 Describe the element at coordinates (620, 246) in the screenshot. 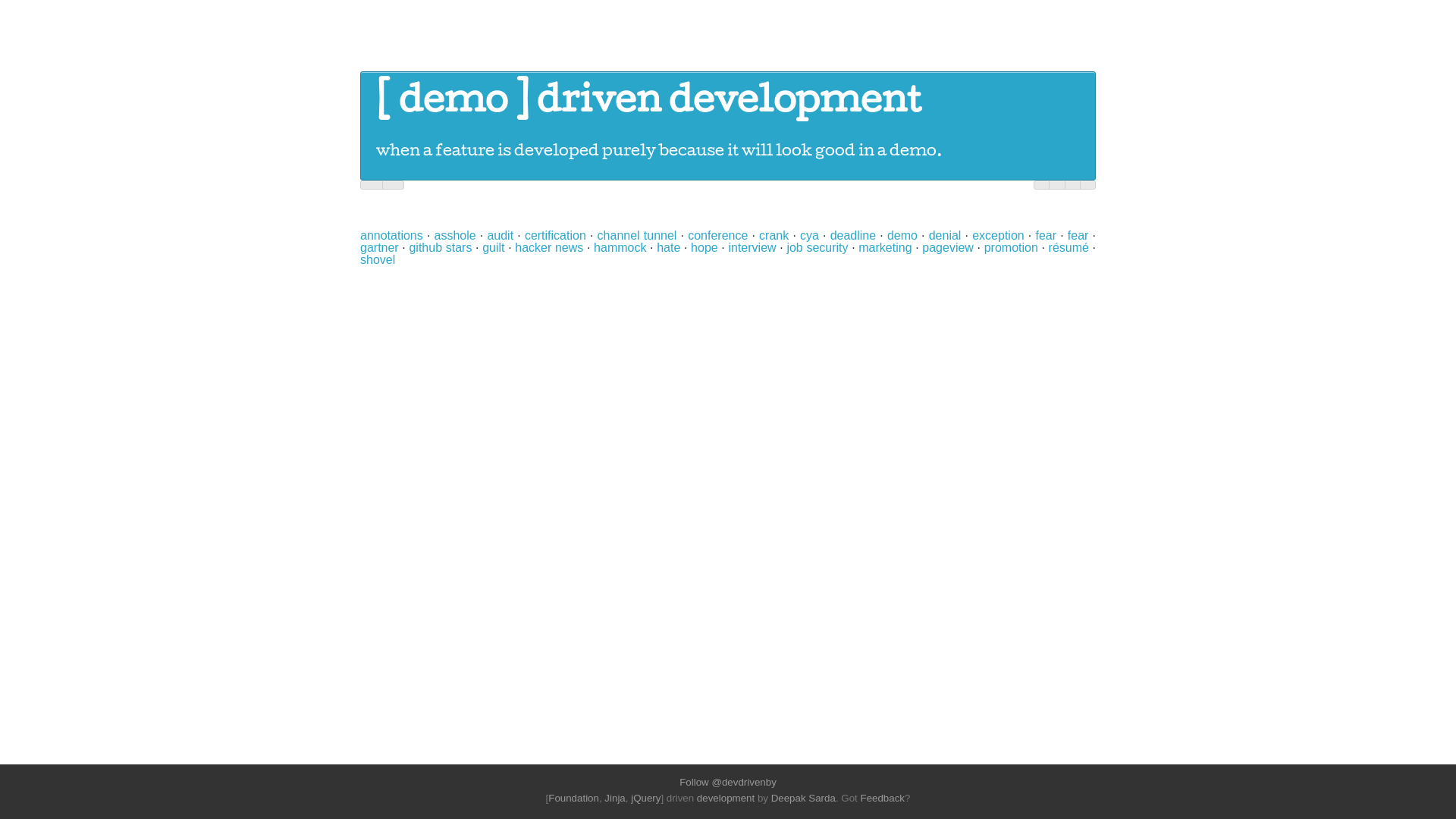

I see `'hammock'` at that location.